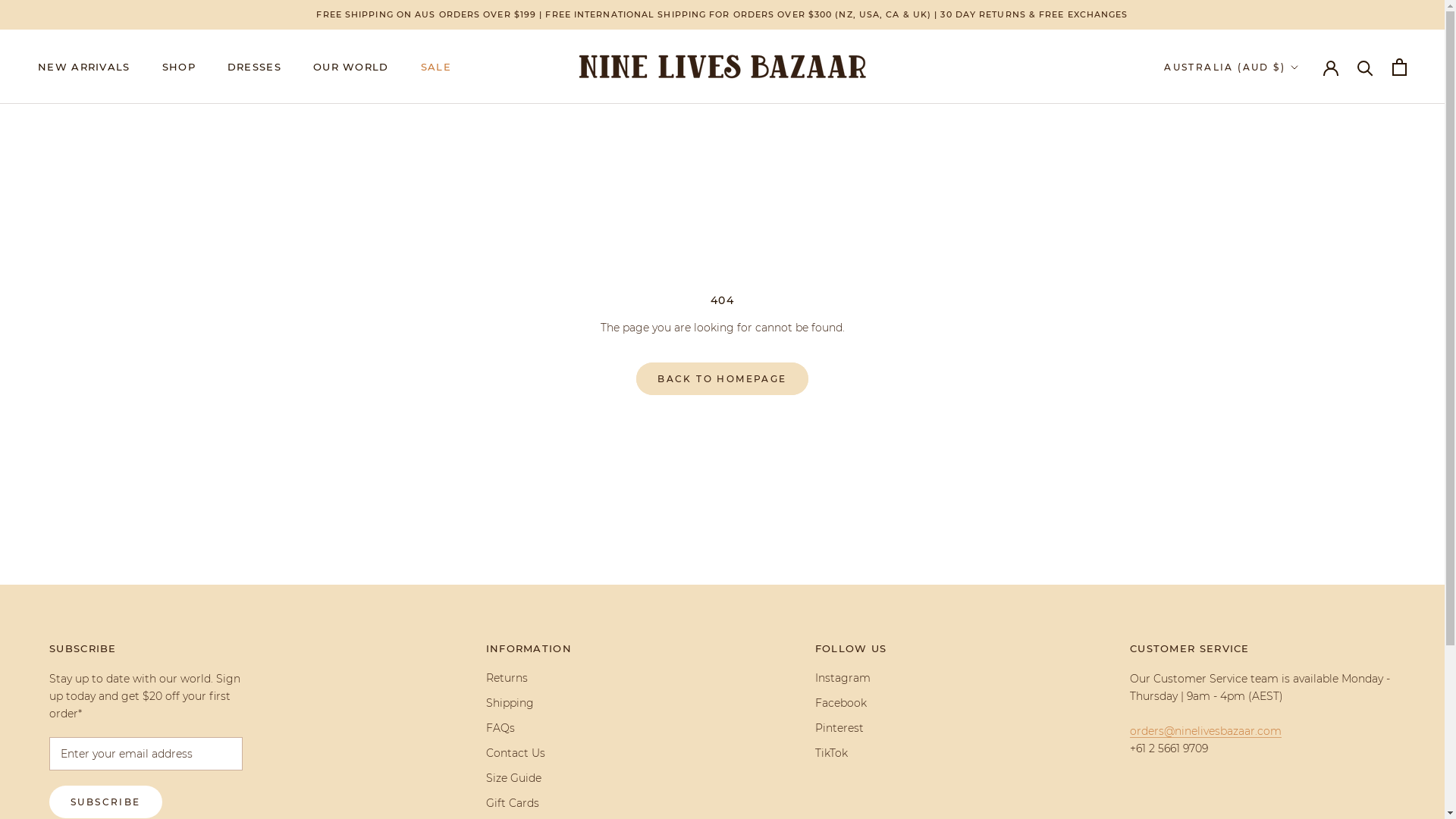 This screenshot has height=819, width=1456. What do you see at coordinates (814, 703) in the screenshot?
I see `'Facebook'` at bounding box center [814, 703].